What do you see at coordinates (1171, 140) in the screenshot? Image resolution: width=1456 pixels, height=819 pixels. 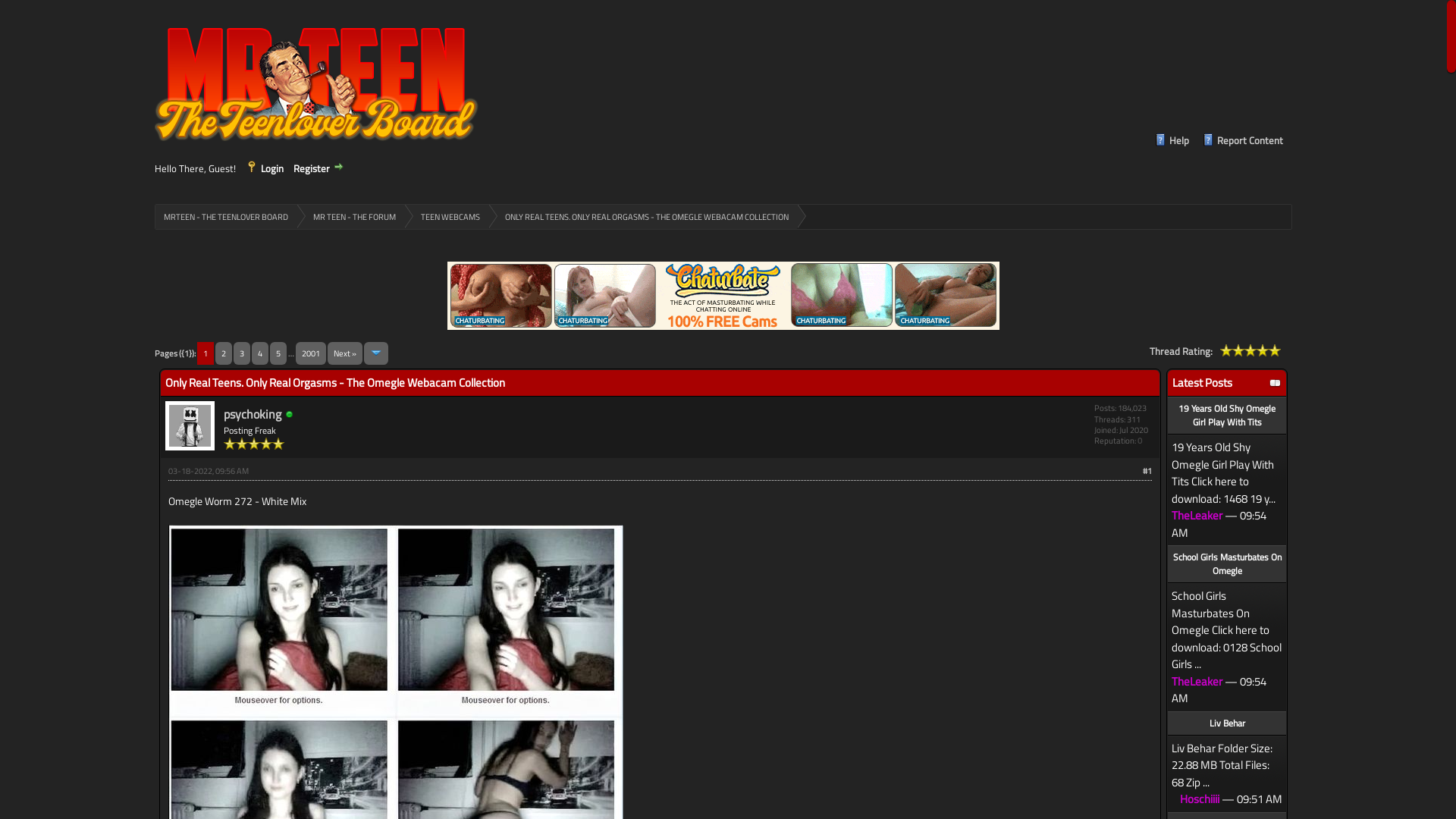 I see `'Help'` at bounding box center [1171, 140].